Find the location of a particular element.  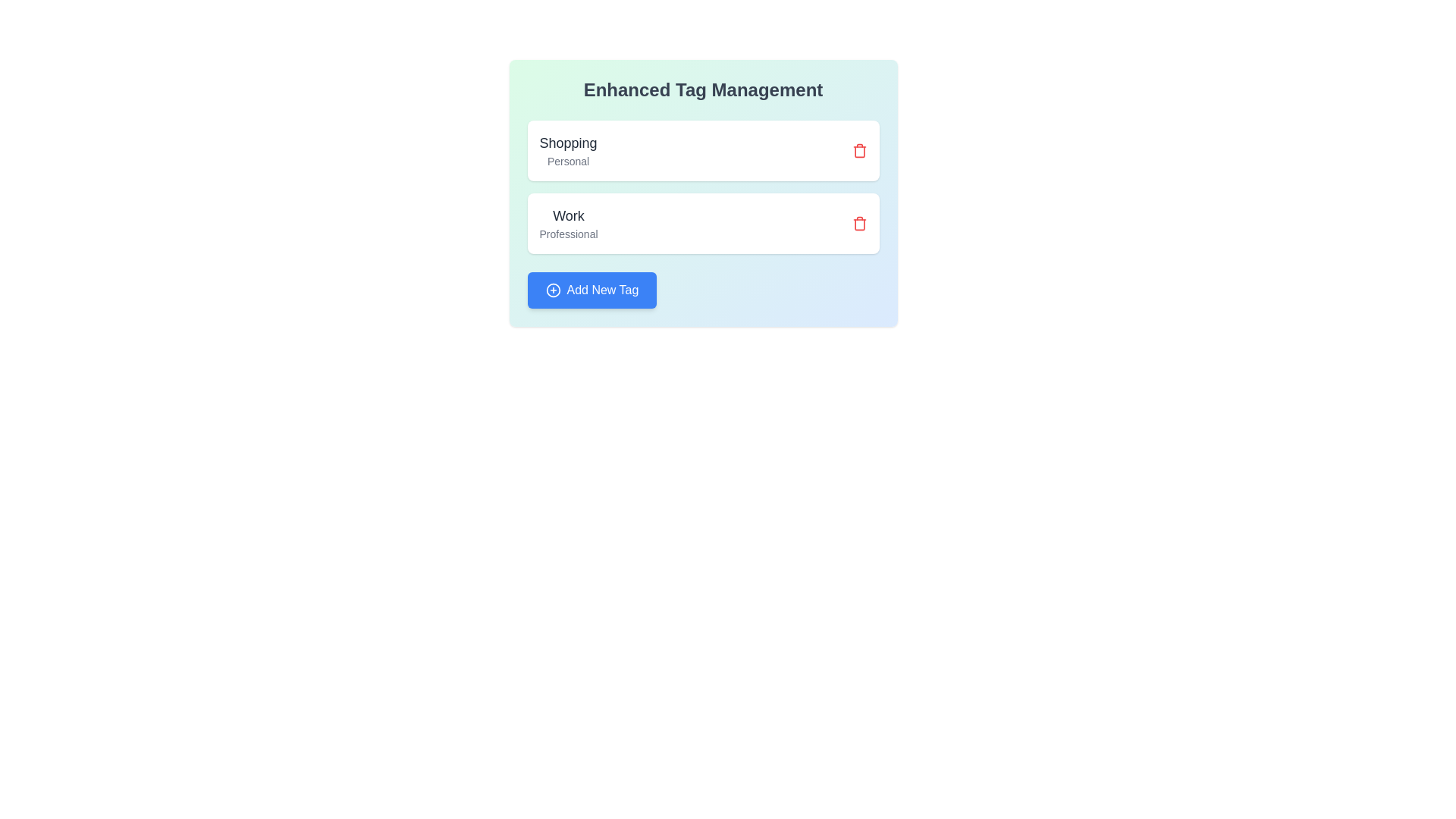

the blue button labeled 'Add New Tag' which encompasses the decorative icon indicating the action of adding a new tag or item is located at coordinates (552, 290).